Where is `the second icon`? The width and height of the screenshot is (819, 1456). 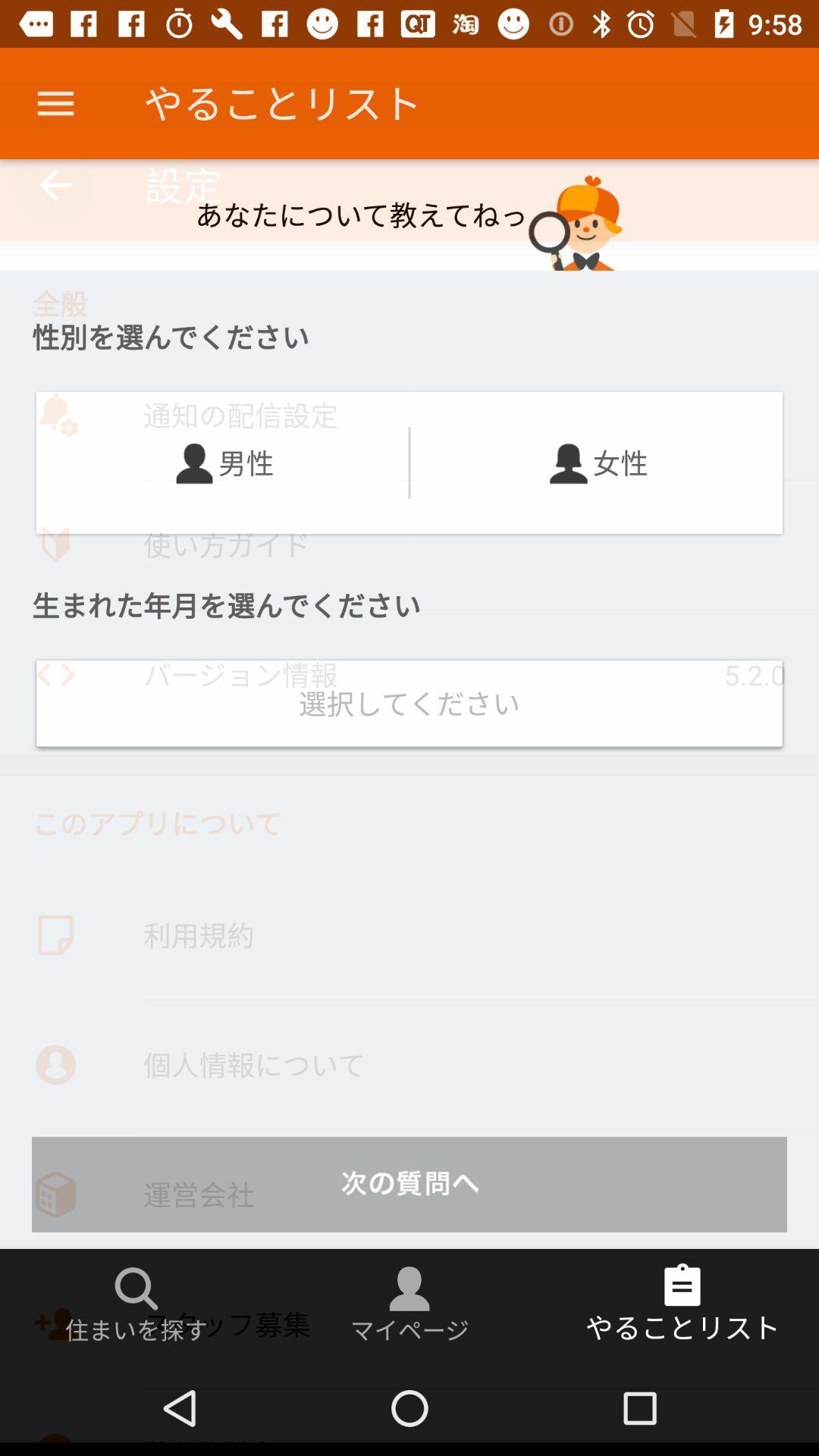
the second icon is located at coordinates (569, 462).